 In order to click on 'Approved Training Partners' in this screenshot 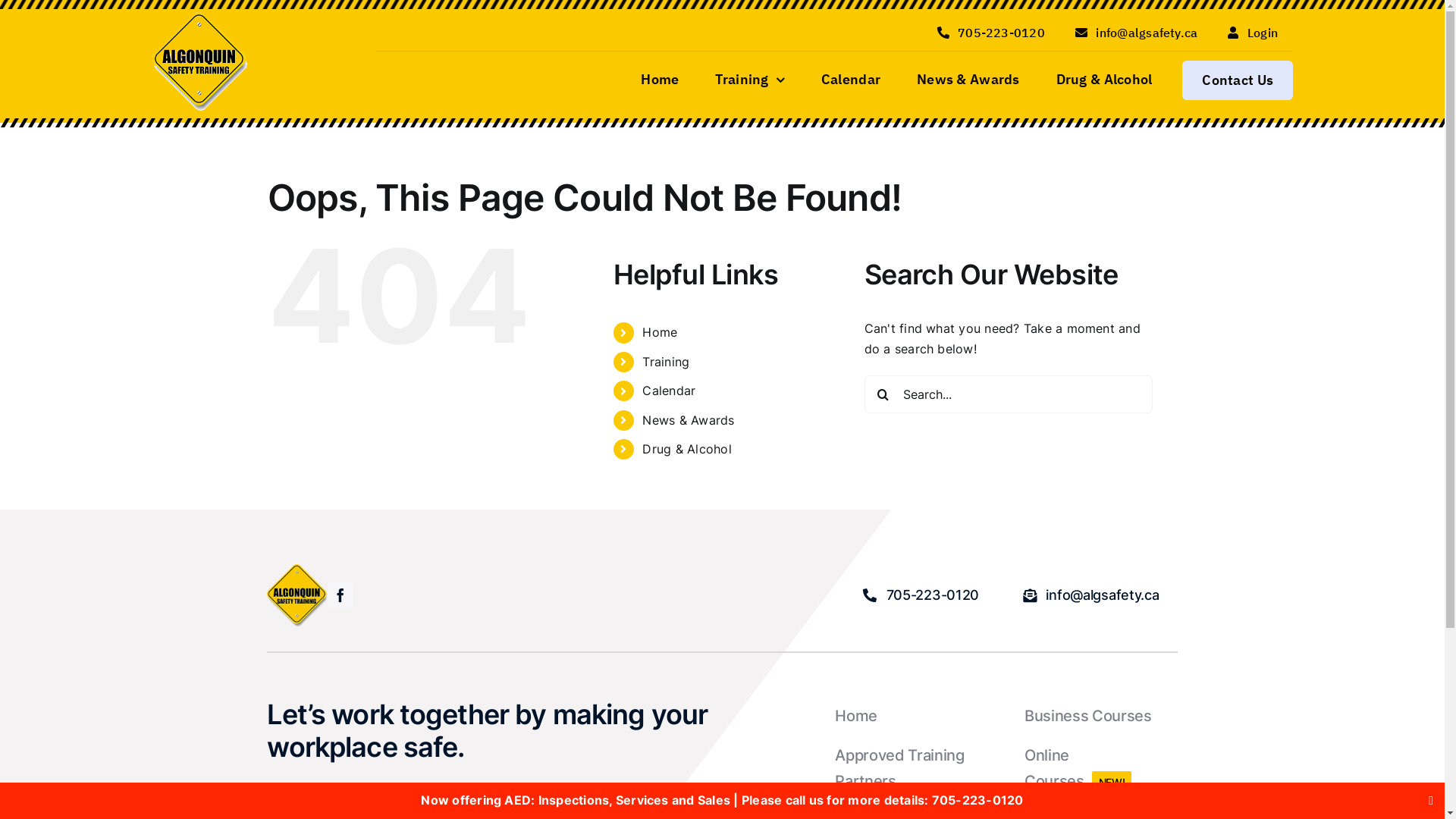, I will do `click(833, 769)`.